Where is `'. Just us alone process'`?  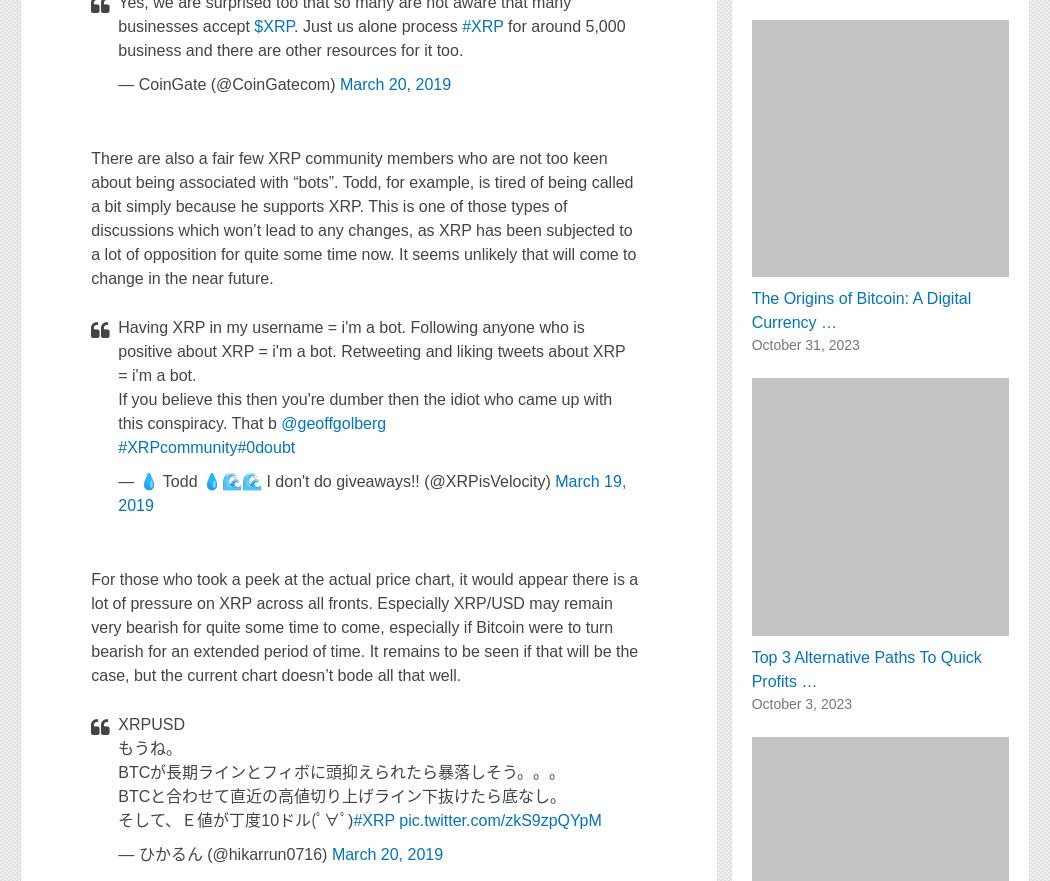 '. Just us alone process' is located at coordinates (378, 25).